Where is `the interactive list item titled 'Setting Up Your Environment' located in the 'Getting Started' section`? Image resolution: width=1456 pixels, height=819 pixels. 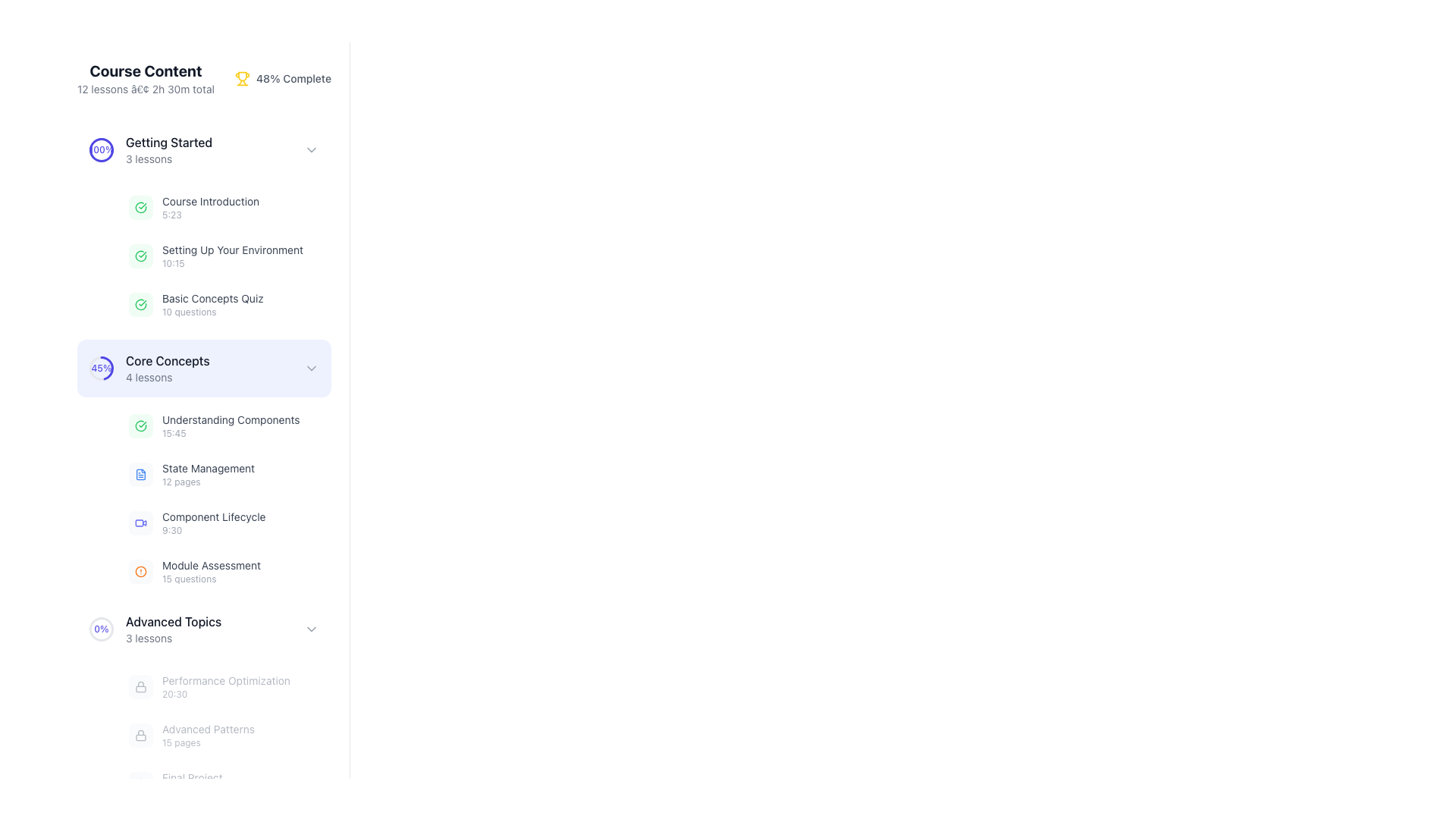
the interactive list item titled 'Setting Up Your Environment' located in the 'Getting Started' section is located at coordinates (203, 256).